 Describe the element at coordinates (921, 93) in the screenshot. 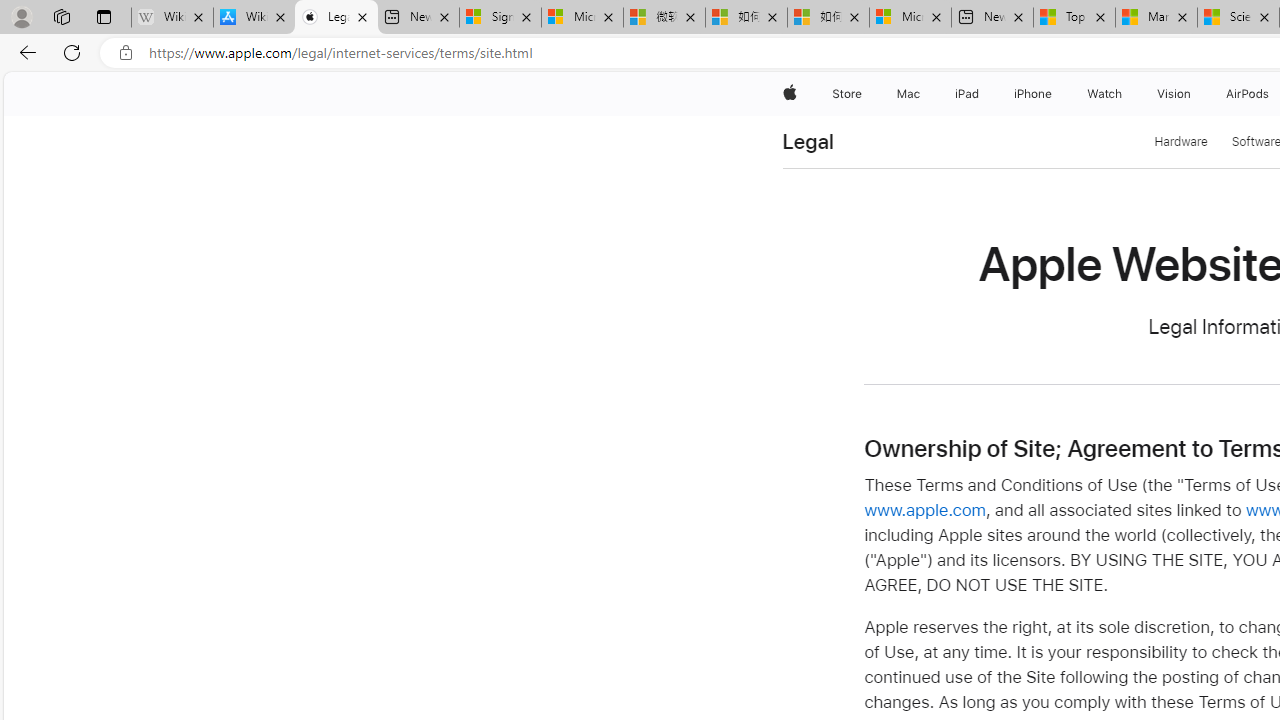

I see `'Mac menu'` at that location.